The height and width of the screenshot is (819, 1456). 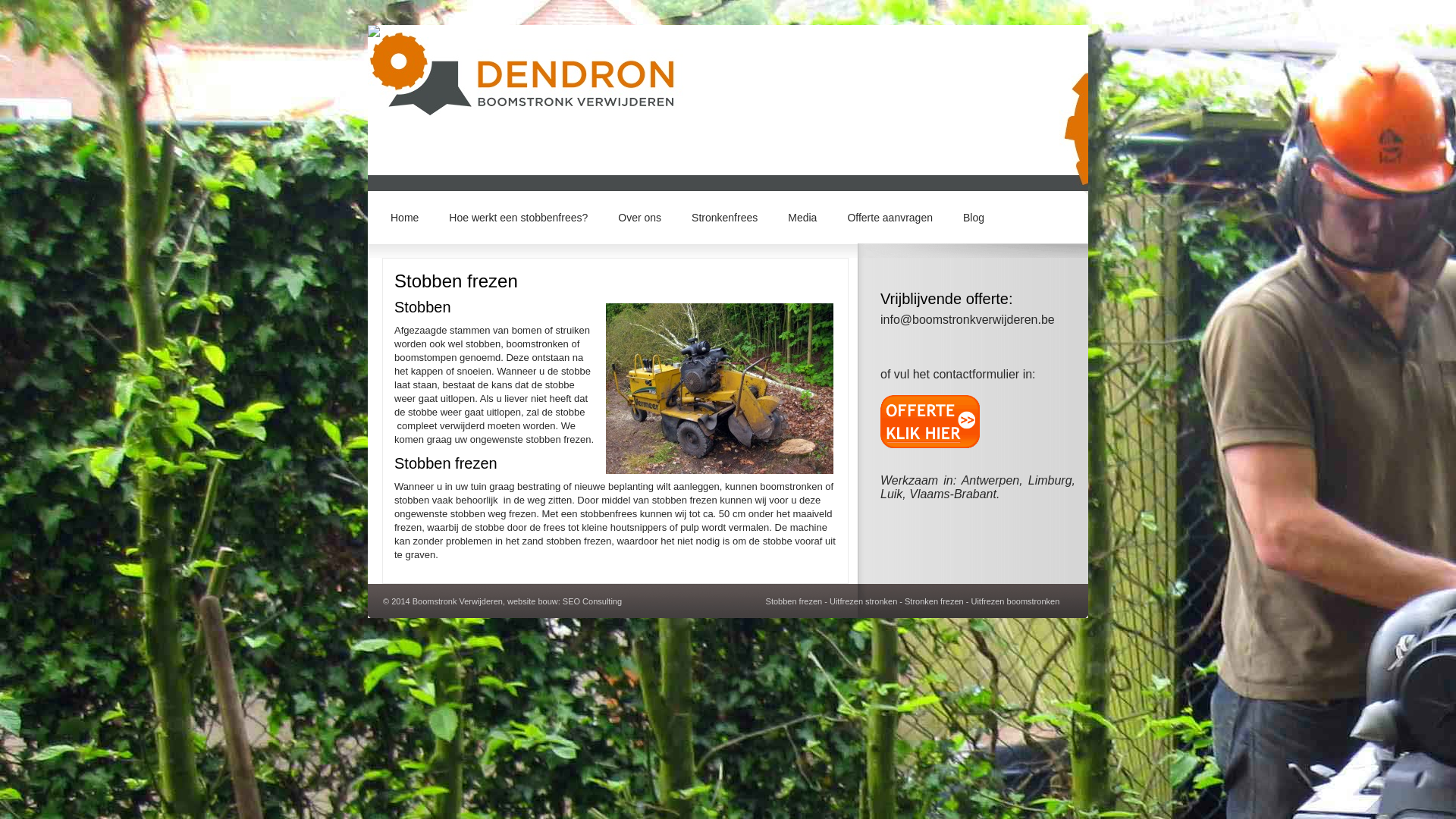 I want to click on 'Home', so click(x=375, y=216).